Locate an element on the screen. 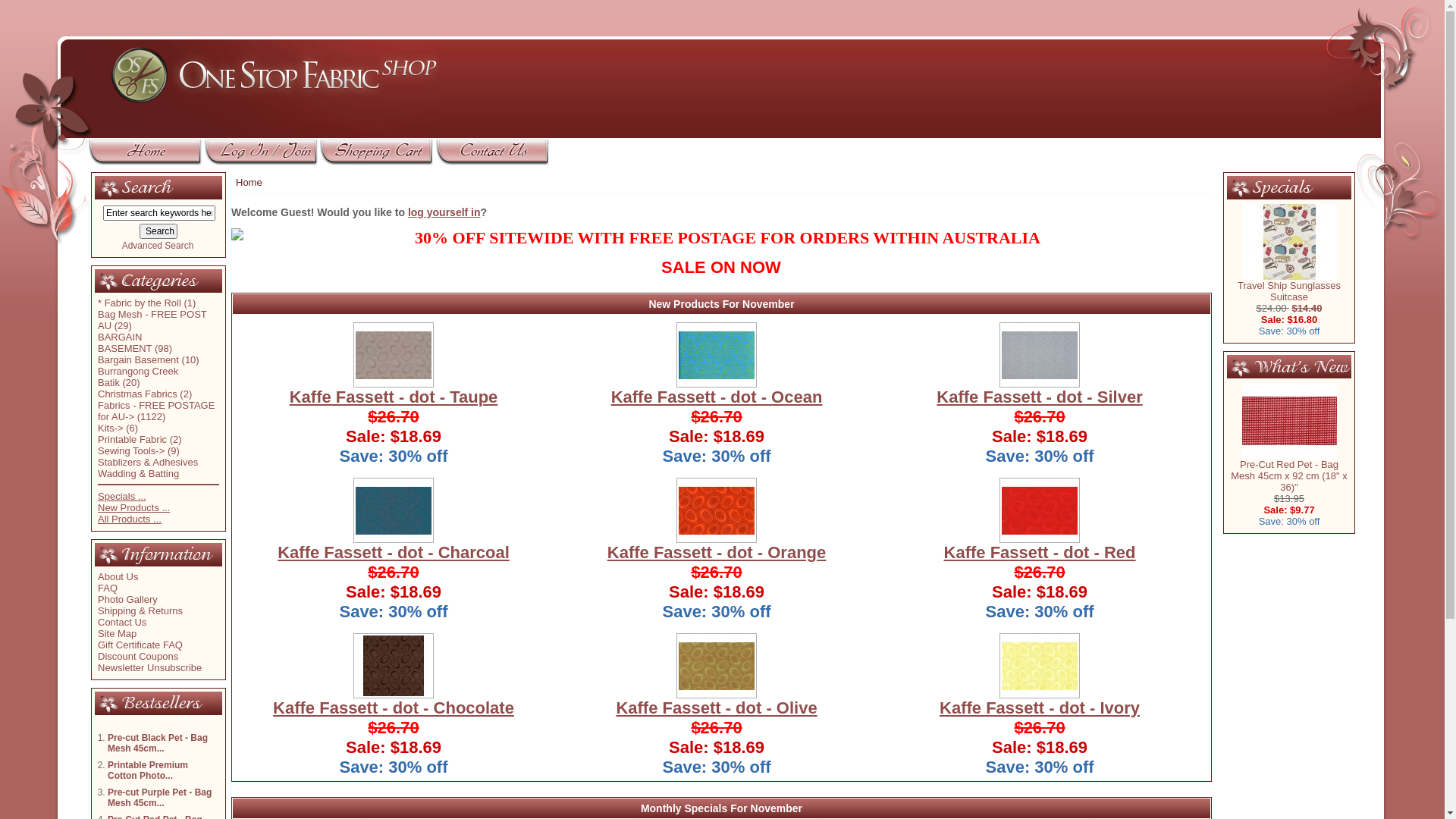 The width and height of the screenshot is (1456, 819). 'Site Map' is located at coordinates (116, 633).